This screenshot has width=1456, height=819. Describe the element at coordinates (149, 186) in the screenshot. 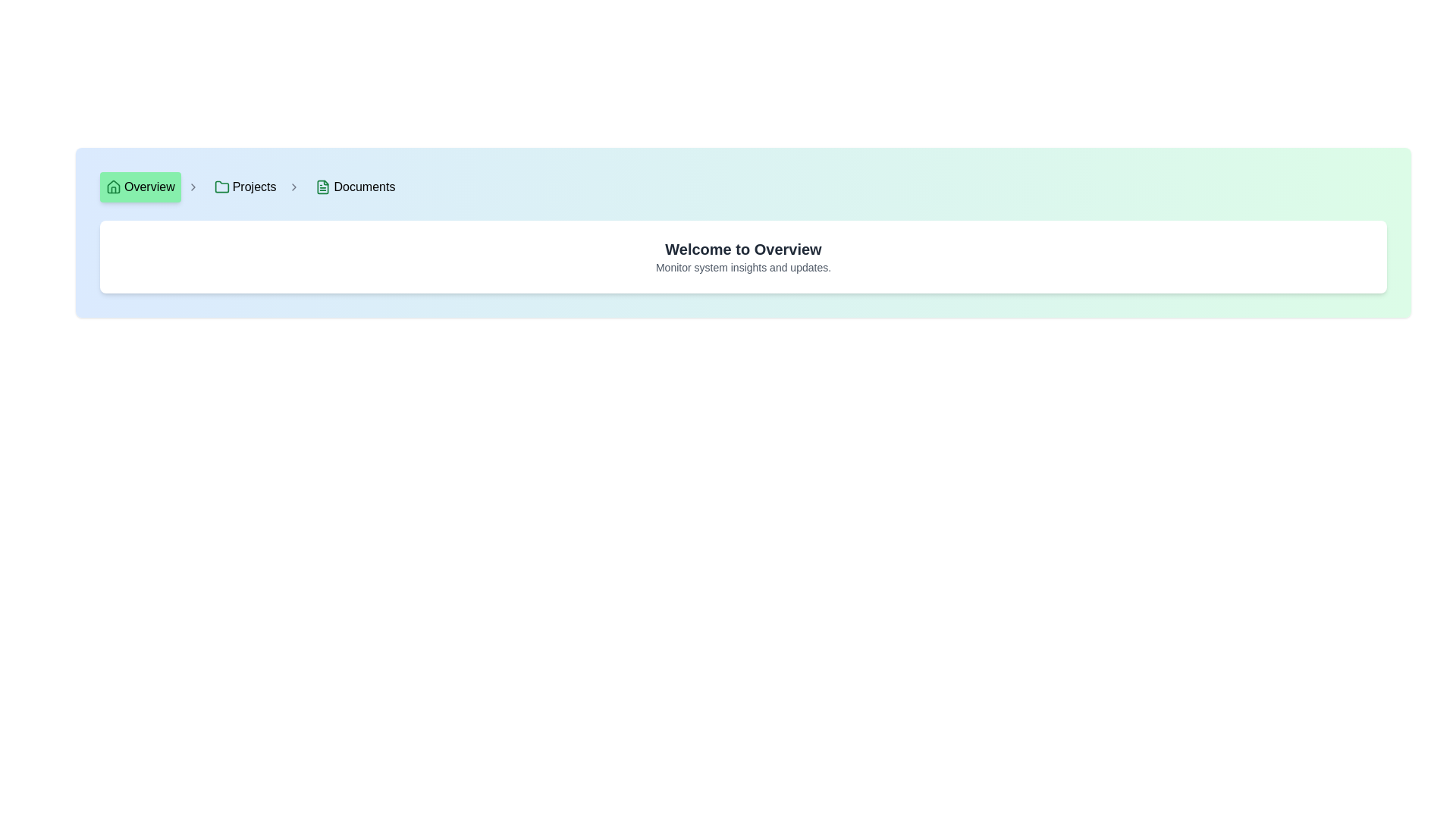

I see `the static text label displaying 'Overview' in bold black font, located on a green background in the breadcrumb navigation bar, adjacent to the house icon` at that location.